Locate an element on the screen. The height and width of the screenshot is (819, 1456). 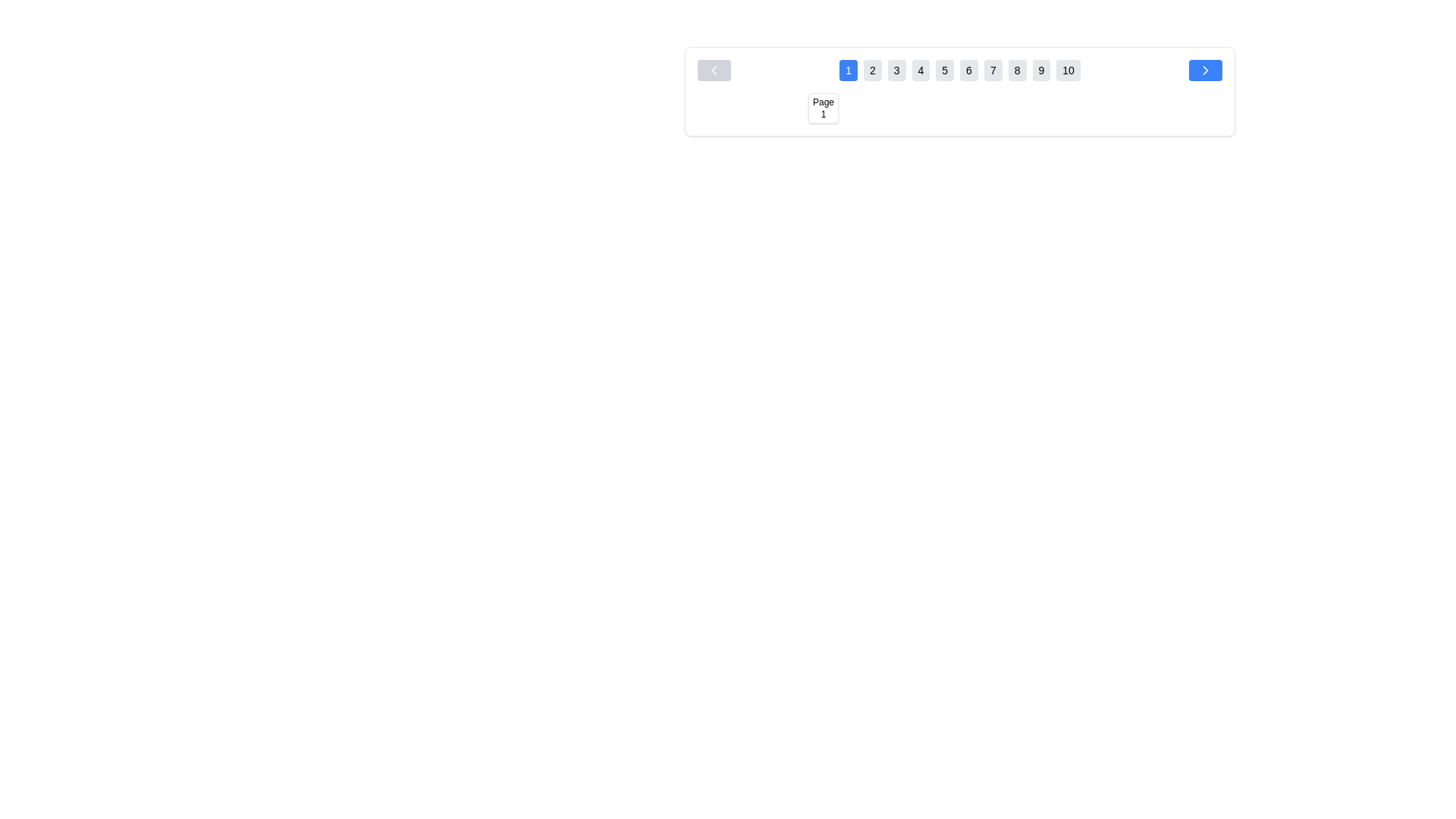
the rightmost arrow icon in the pagination menu is located at coordinates (1204, 70).